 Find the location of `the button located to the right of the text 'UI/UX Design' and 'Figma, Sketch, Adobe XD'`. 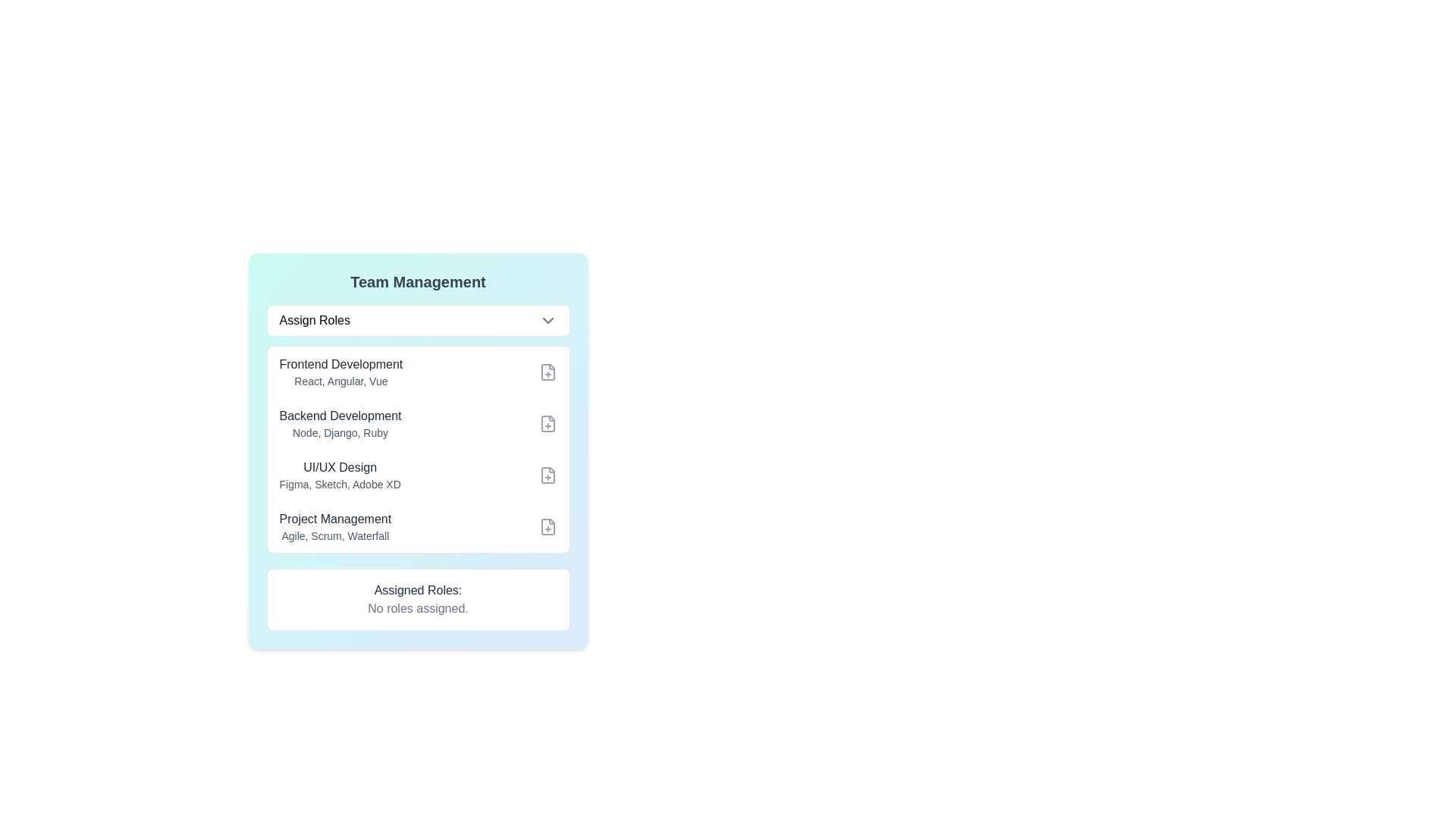

the button located to the right of the text 'UI/UX Design' and 'Figma, Sketch, Adobe XD' is located at coordinates (547, 475).